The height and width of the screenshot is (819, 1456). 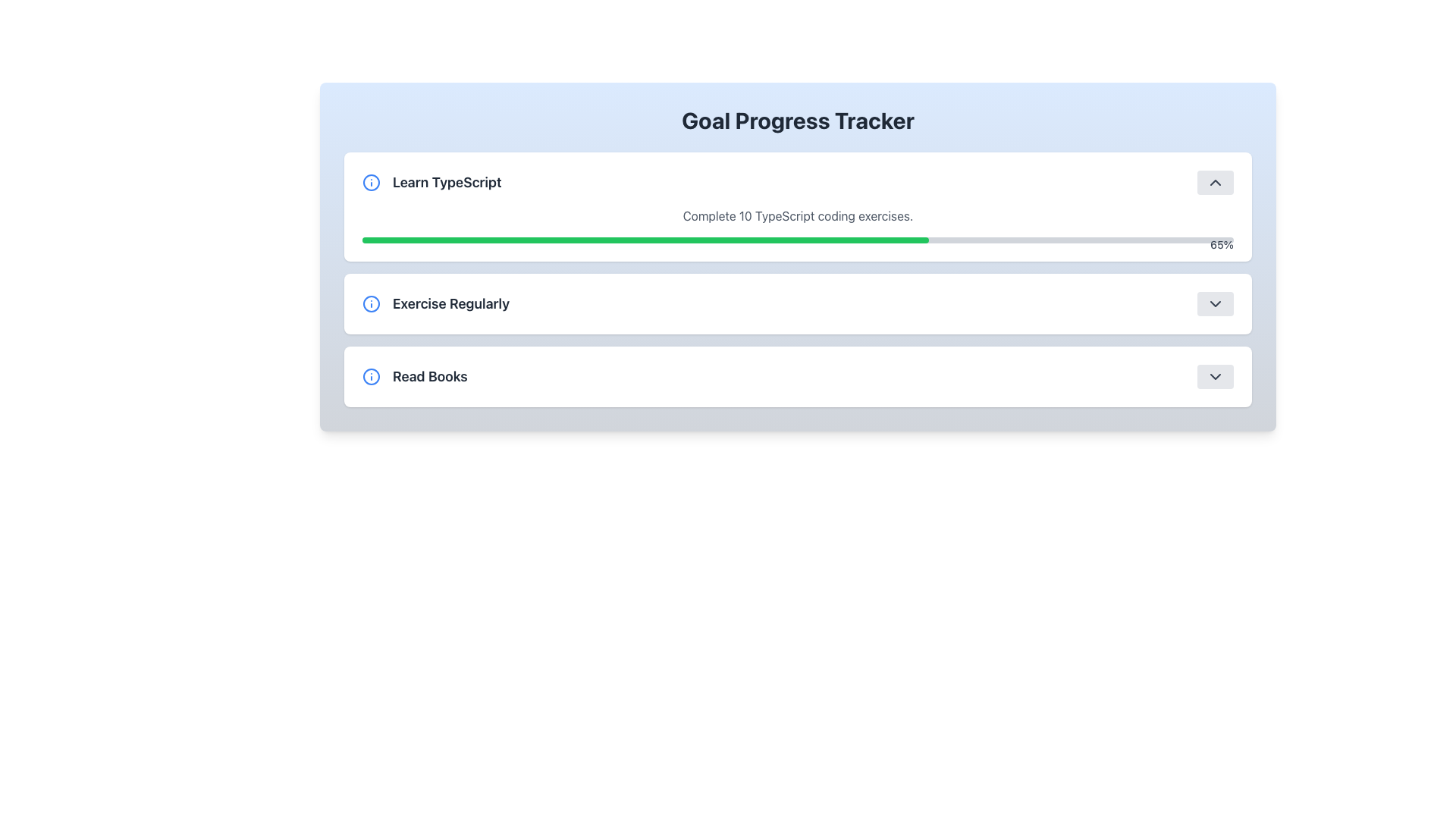 I want to click on the interactive Card element titled 'Read Books', which serves as an entry point for a task or topic, positioned as the third item in a vertical list of similar cards, so click(x=797, y=376).